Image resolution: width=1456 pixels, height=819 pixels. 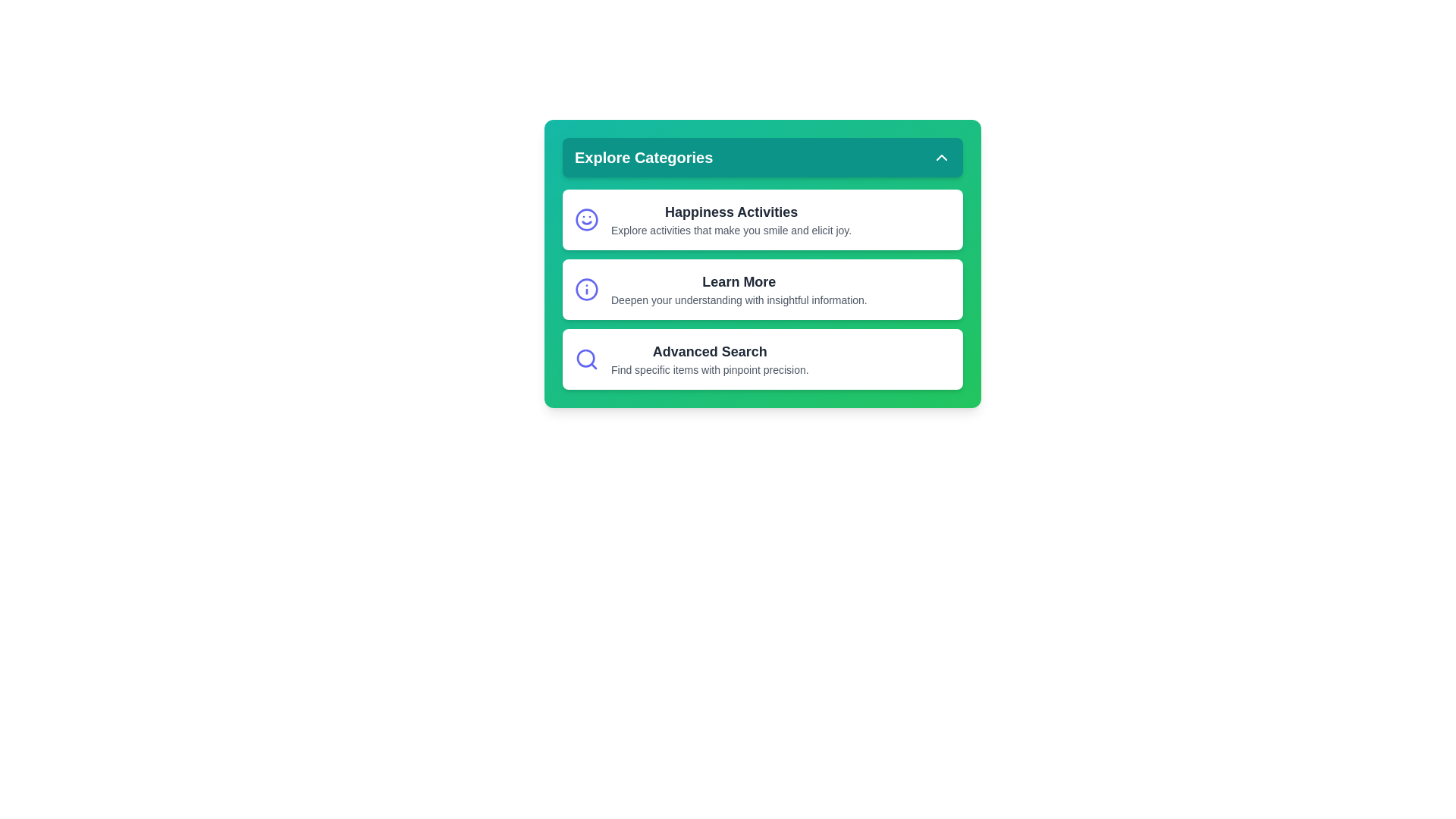 What do you see at coordinates (763, 359) in the screenshot?
I see `the text of Advanced Search to analyze or copy it` at bounding box center [763, 359].